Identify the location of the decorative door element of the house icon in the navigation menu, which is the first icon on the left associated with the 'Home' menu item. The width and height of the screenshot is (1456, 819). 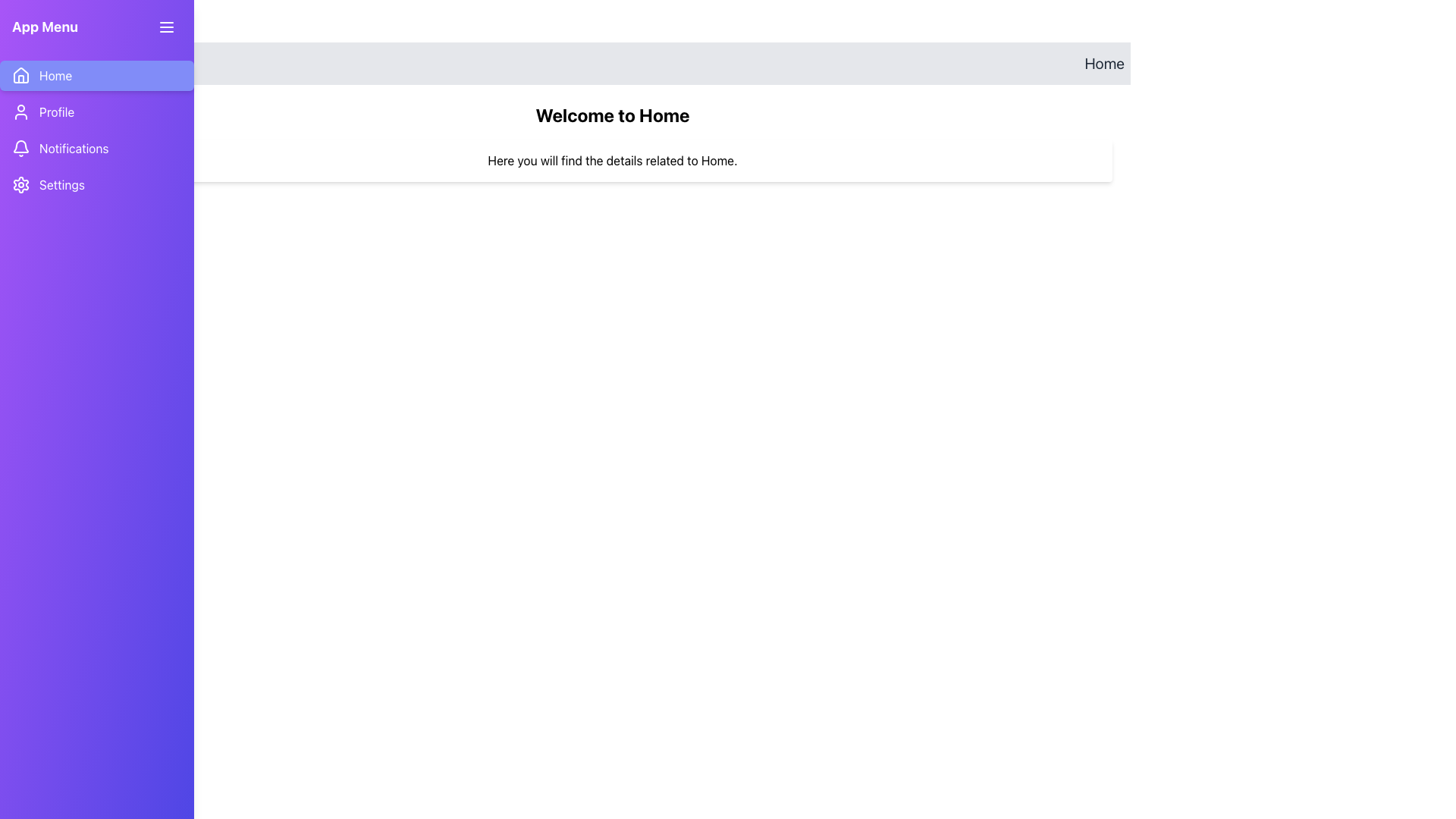
(21, 79).